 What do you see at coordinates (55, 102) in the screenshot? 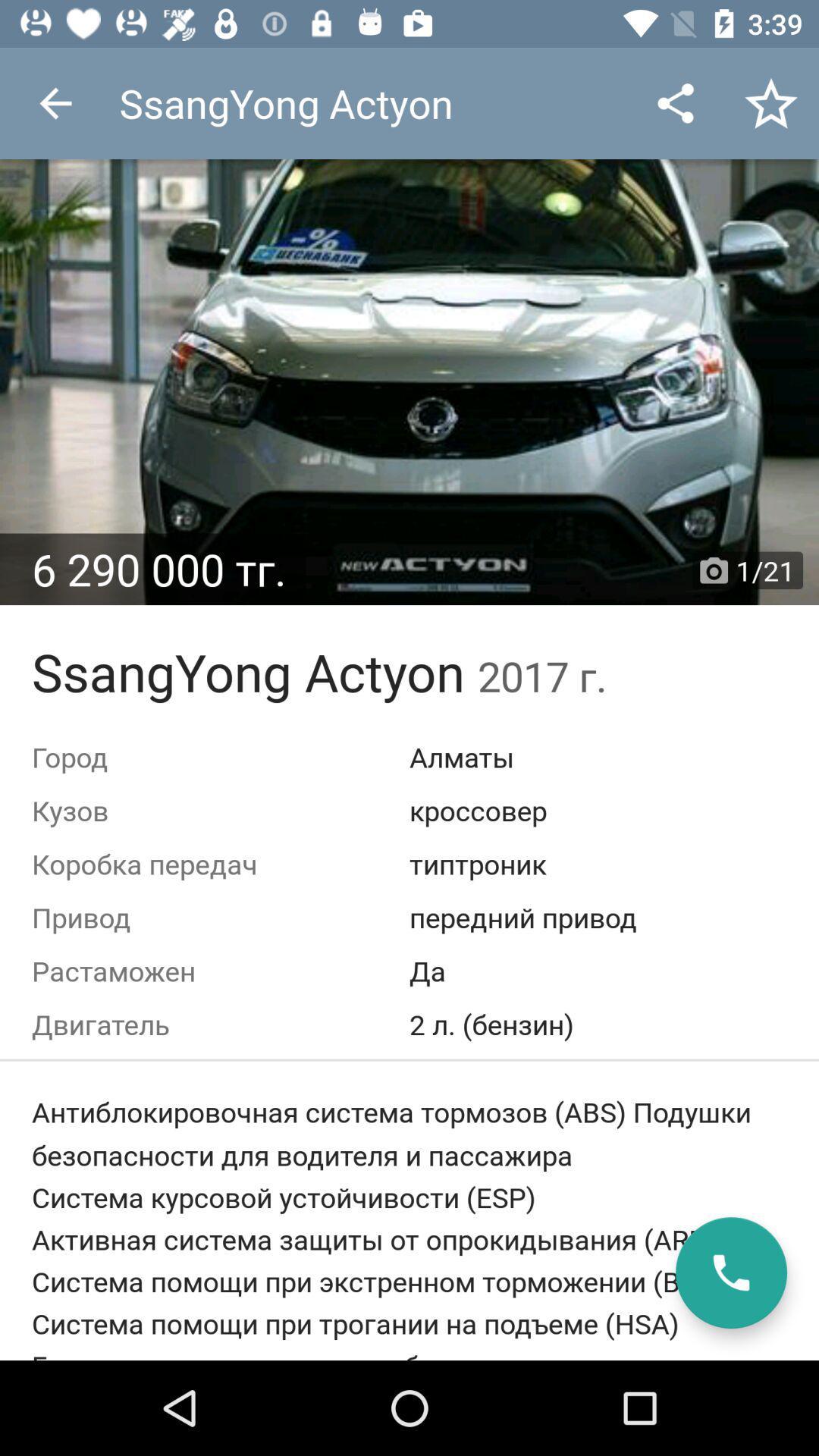
I see `the app to the left of ssangyong actyon item` at bounding box center [55, 102].